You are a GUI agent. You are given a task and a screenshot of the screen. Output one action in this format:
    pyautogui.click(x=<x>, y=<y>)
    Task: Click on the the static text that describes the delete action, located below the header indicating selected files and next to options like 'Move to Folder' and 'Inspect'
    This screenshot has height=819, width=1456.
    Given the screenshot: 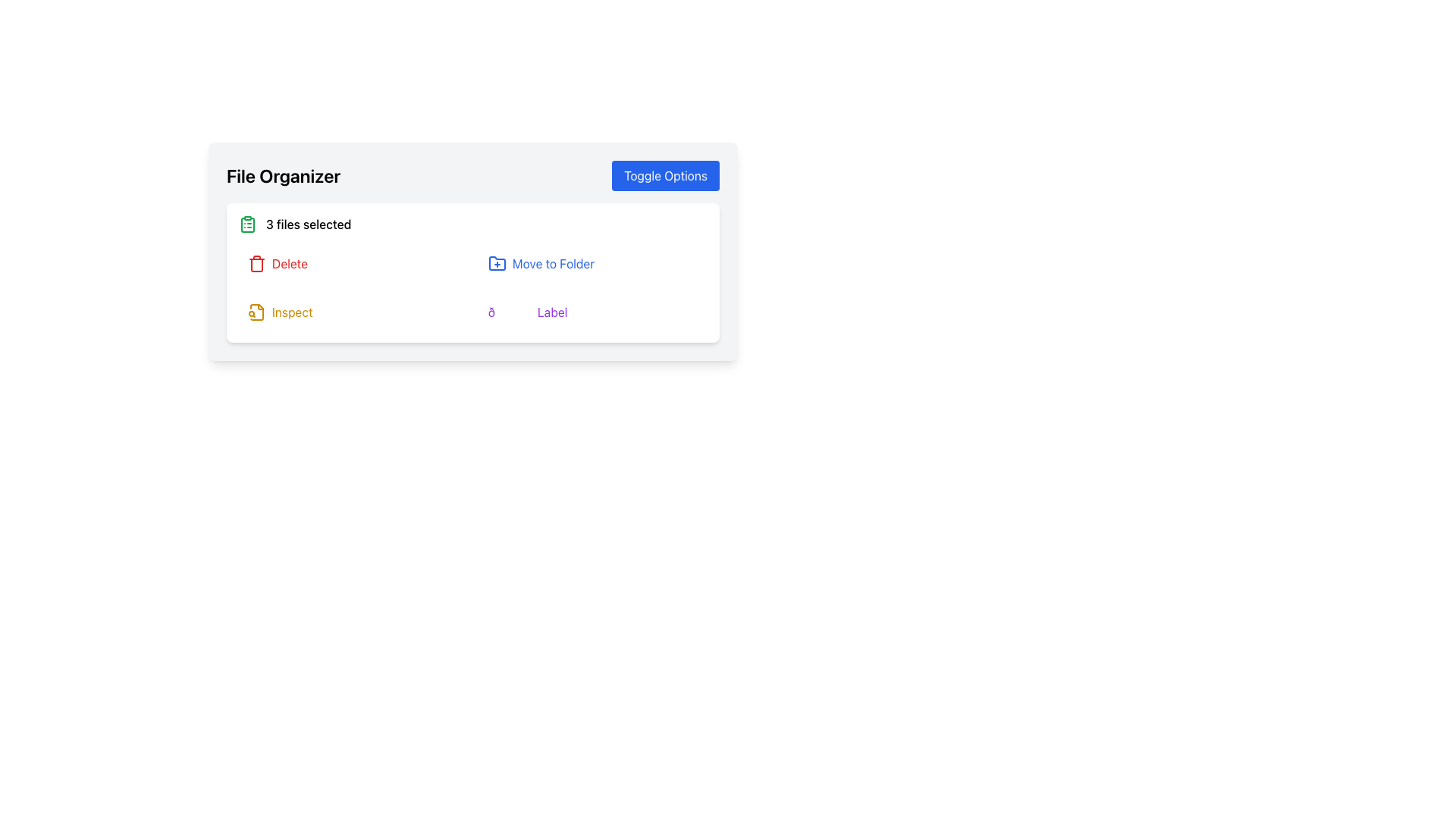 What is the action you would take?
    pyautogui.click(x=290, y=262)
    